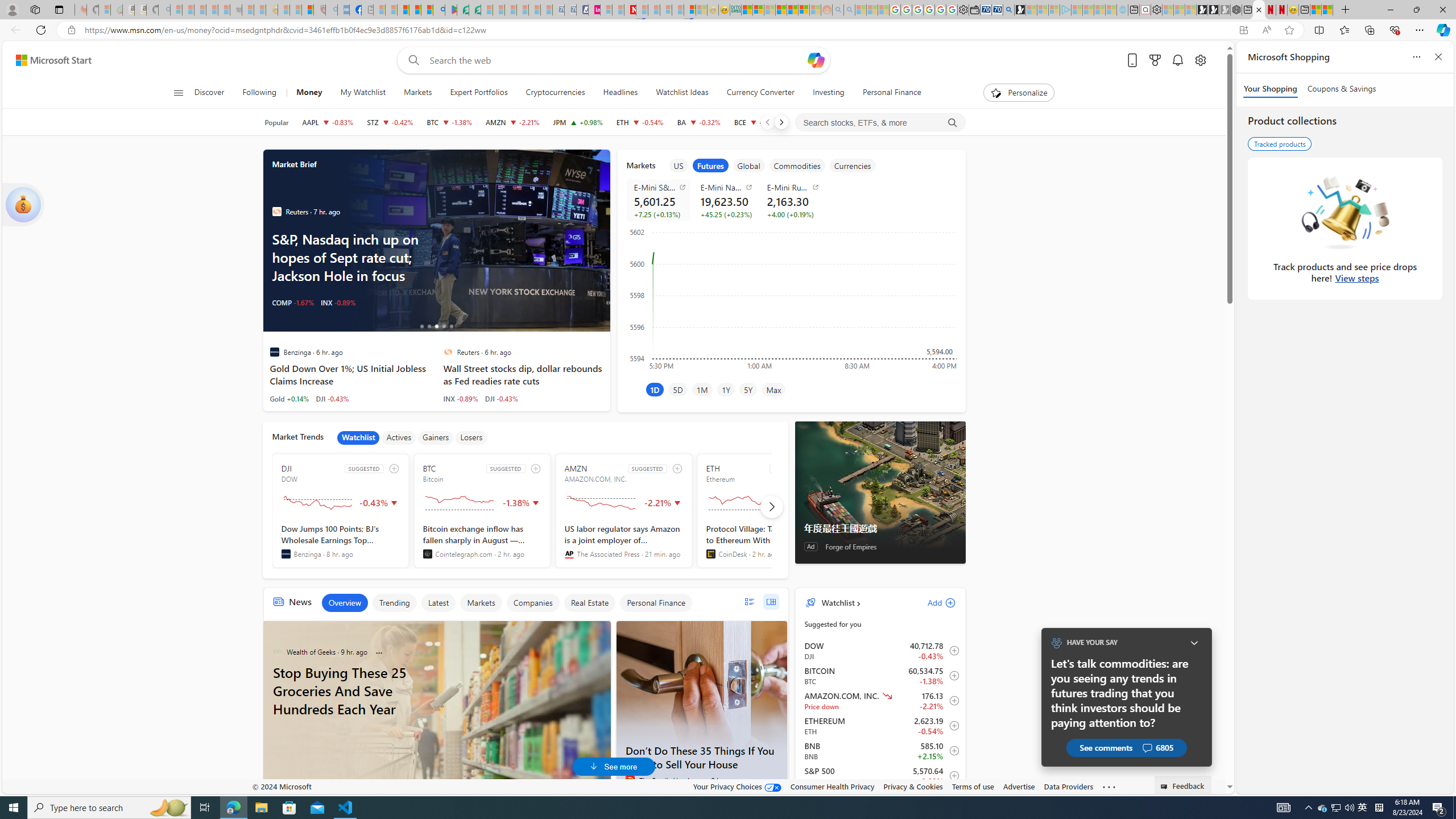 This screenshot has height=819, width=1456. Describe the element at coordinates (390, 122) in the screenshot. I see `'STZ CONSTELLATION BRANDS, INC. decrease 243.70 -1.04 -0.42%'` at that location.